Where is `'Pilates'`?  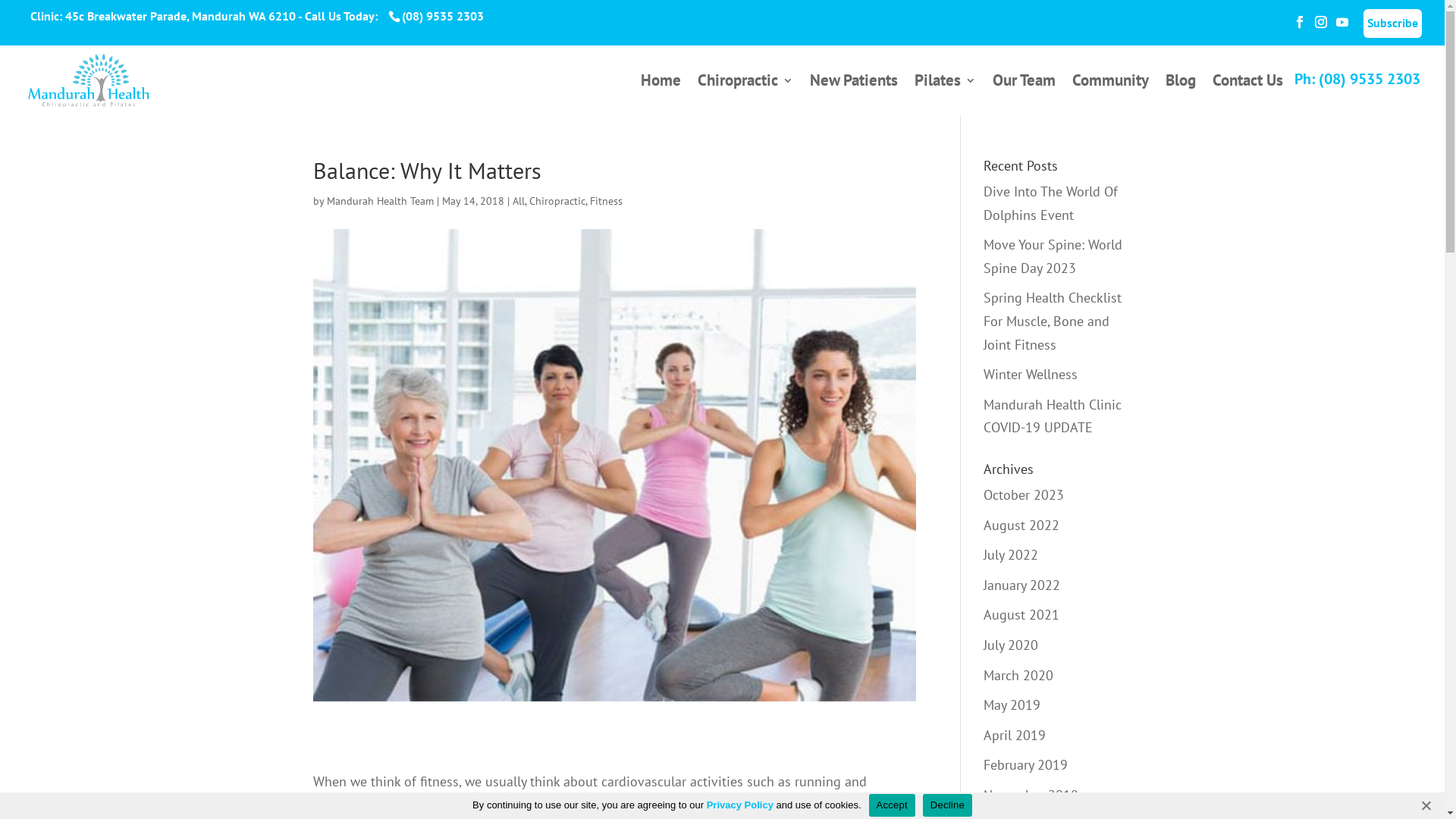
'Pilates' is located at coordinates (944, 95).